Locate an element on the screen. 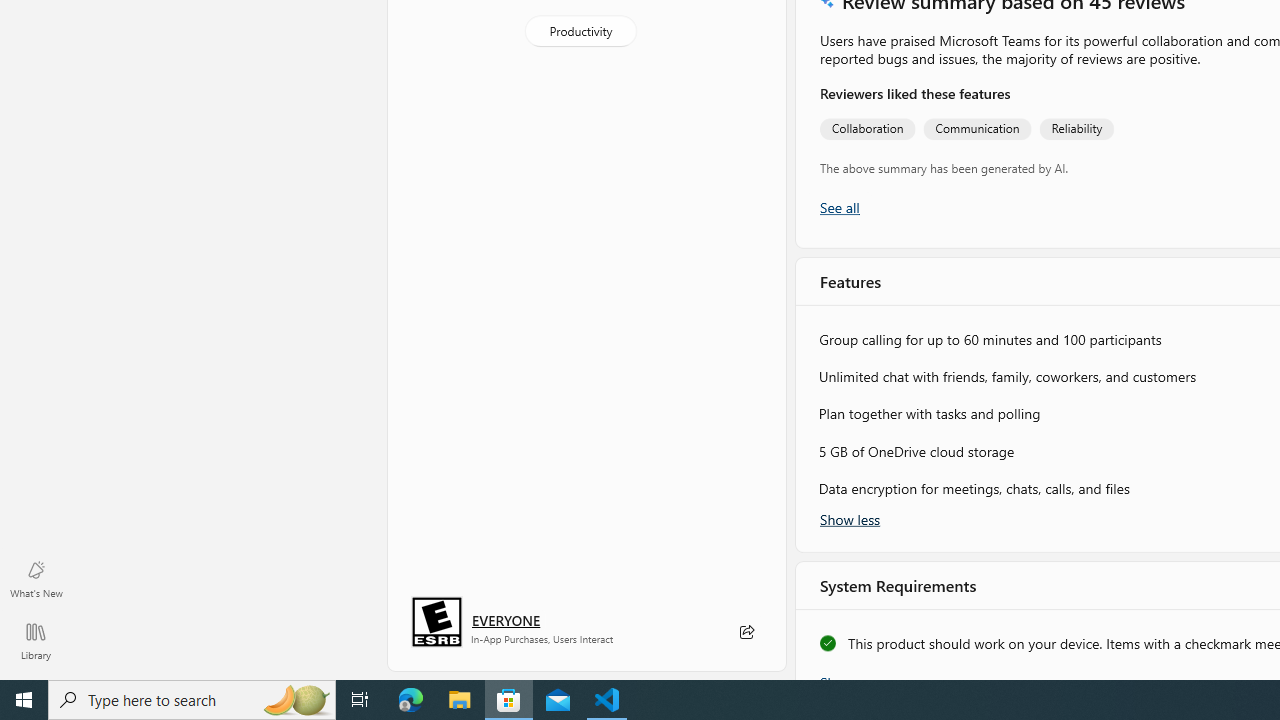 Image resolution: width=1280 pixels, height=720 pixels. 'What' is located at coordinates (35, 578).